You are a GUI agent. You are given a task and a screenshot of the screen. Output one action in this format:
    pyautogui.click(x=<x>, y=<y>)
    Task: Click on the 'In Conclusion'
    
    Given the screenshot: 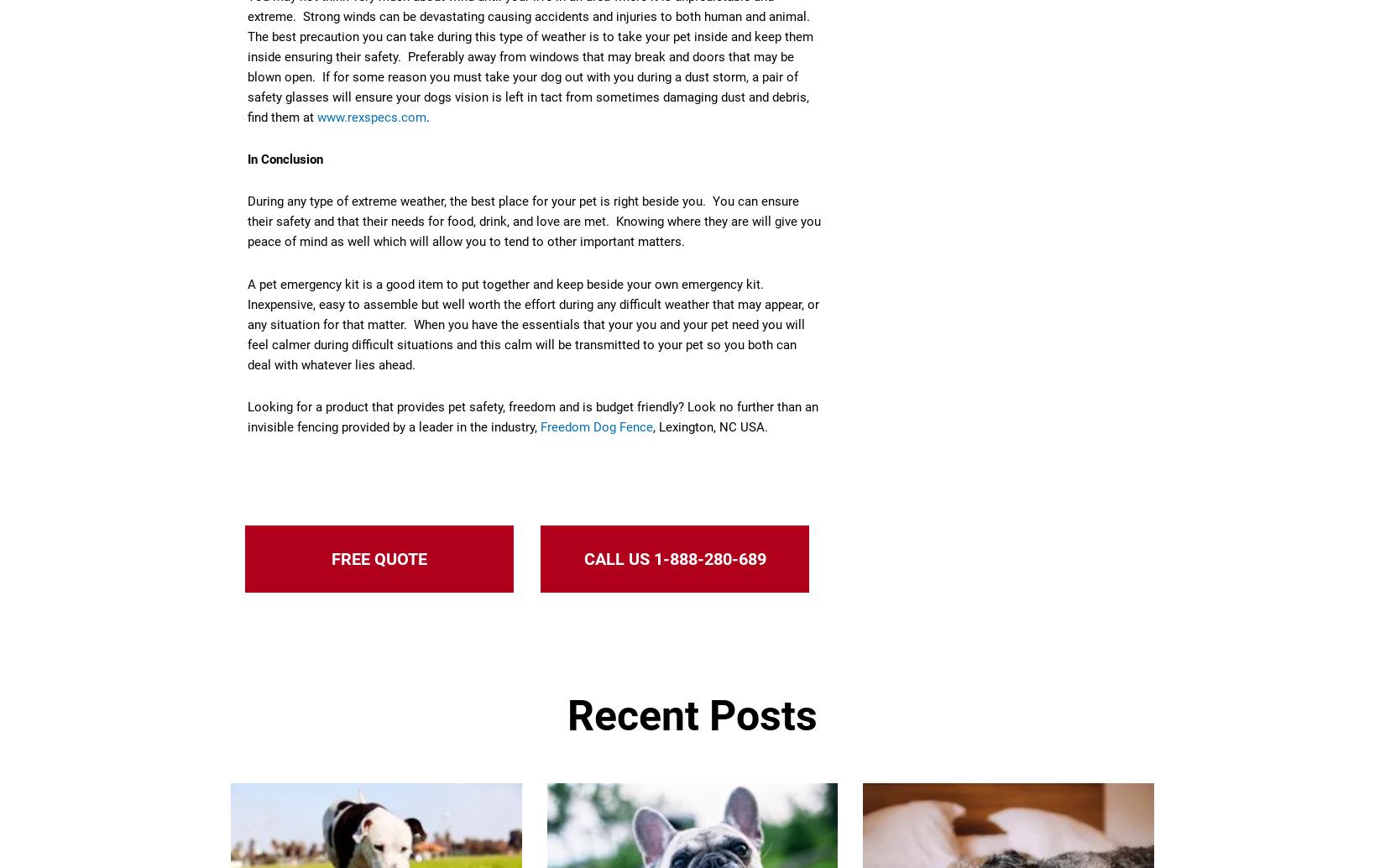 What is the action you would take?
    pyautogui.click(x=285, y=159)
    